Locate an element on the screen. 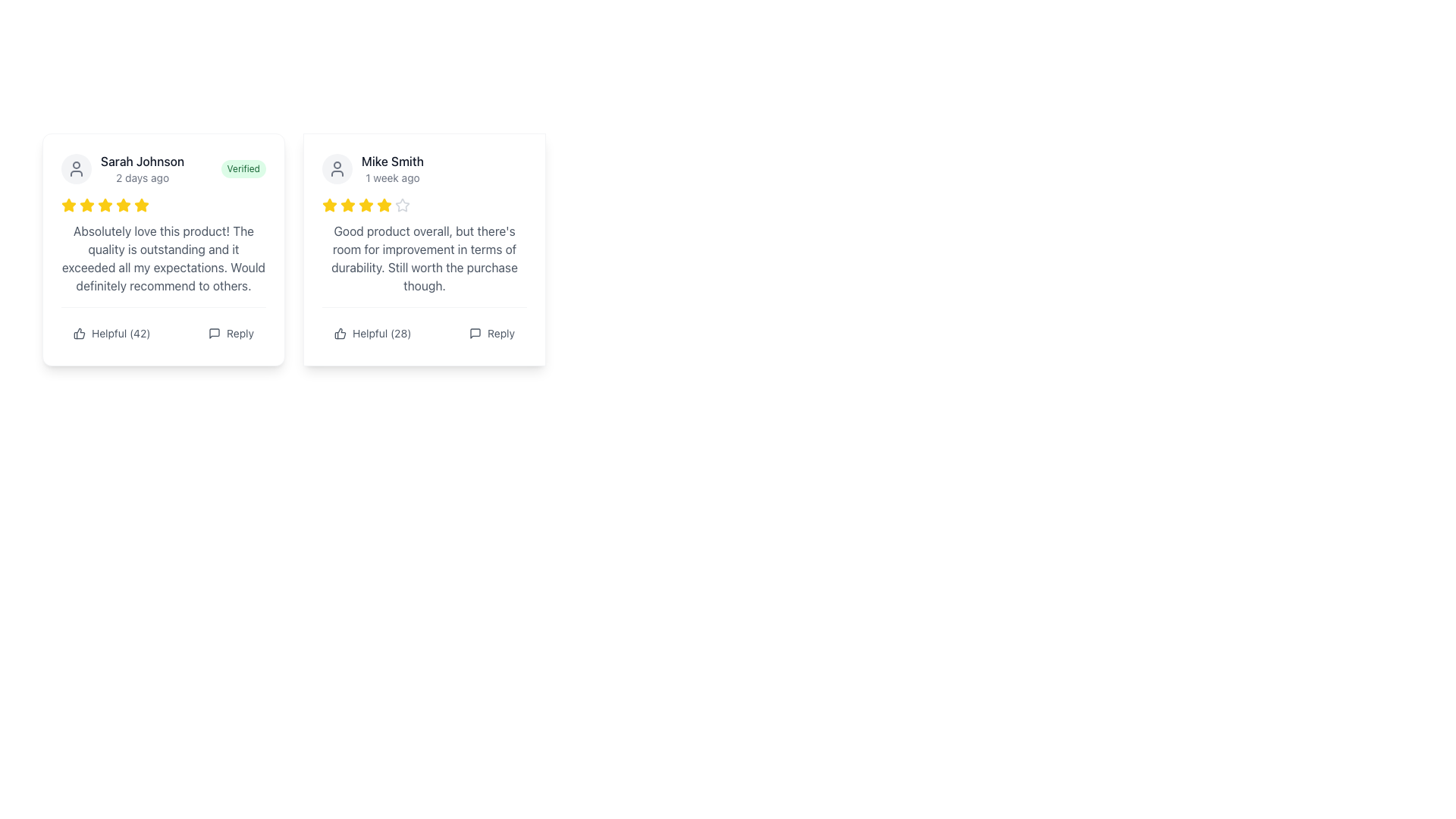  the third gold star-shaped icon with a filled yellow color in the rating section under Sarah Johnson's review is located at coordinates (86, 205).